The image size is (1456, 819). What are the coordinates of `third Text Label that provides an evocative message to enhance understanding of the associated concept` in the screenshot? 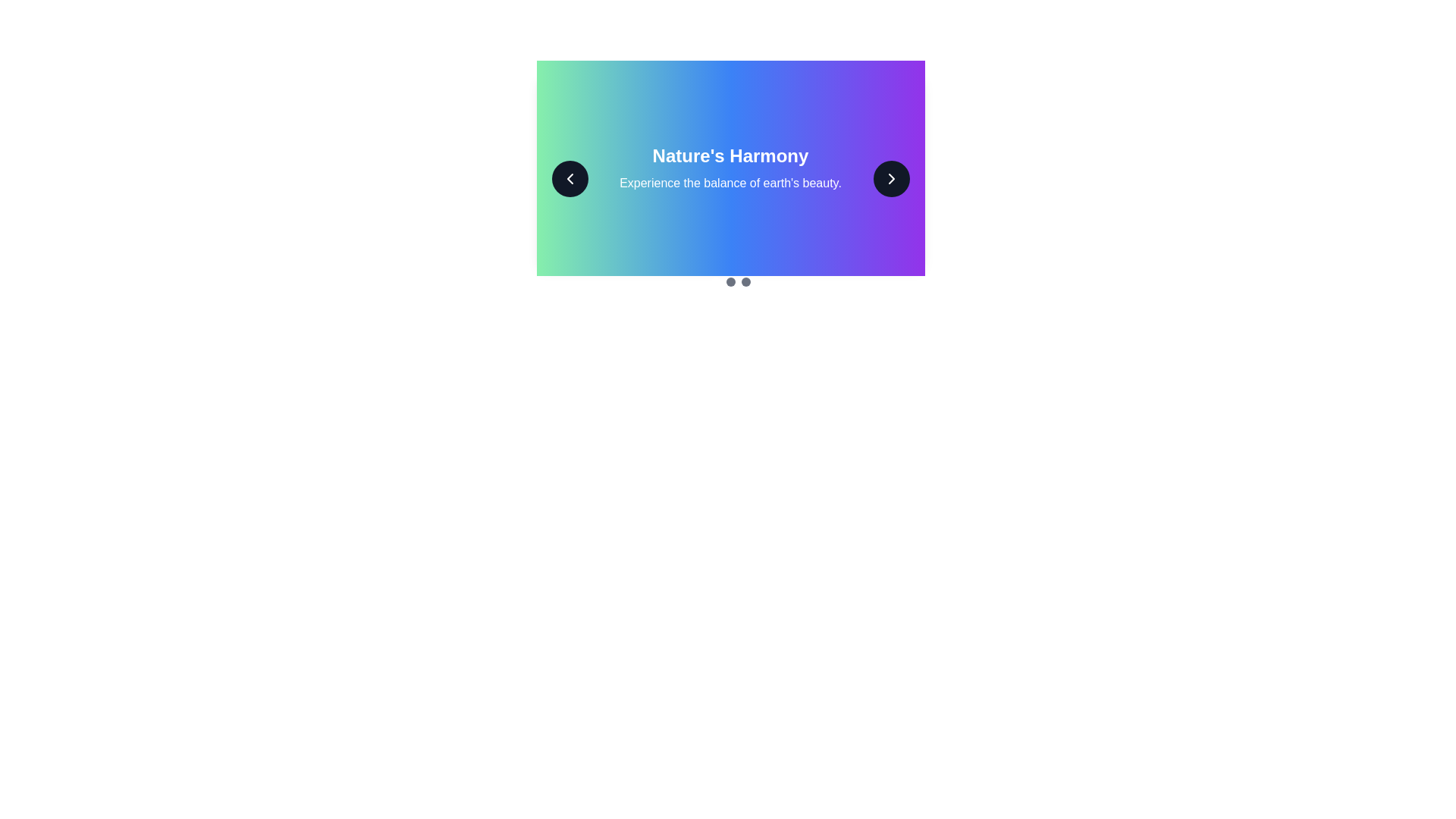 It's located at (730, 183).